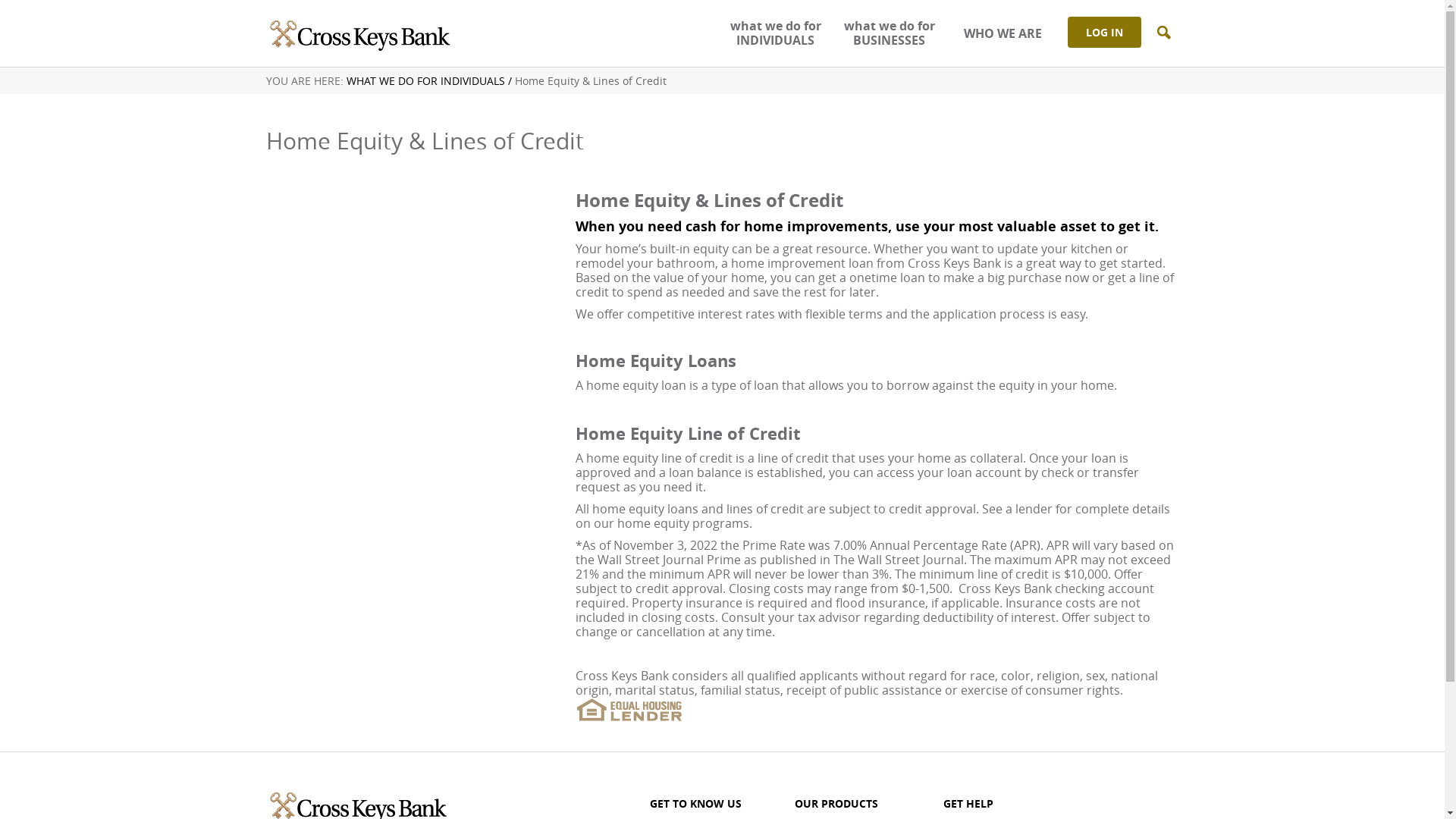 This screenshot has width=1456, height=819. I want to click on 'Search icon mobile', so click(1163, 33).